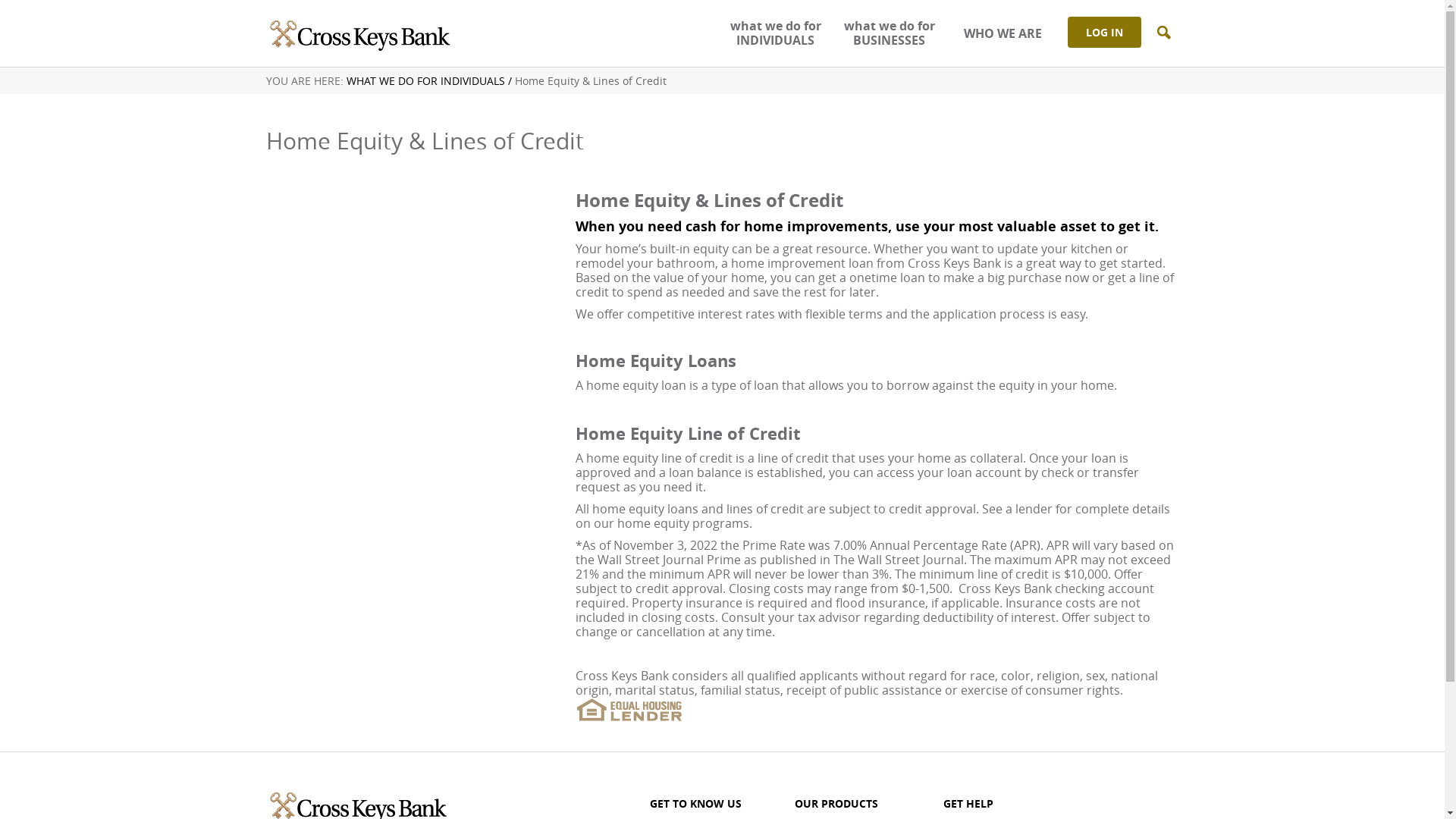 This screenshot has width=1456, height=819. I want to click on 'Search icon mobile', so click(1163, 33).